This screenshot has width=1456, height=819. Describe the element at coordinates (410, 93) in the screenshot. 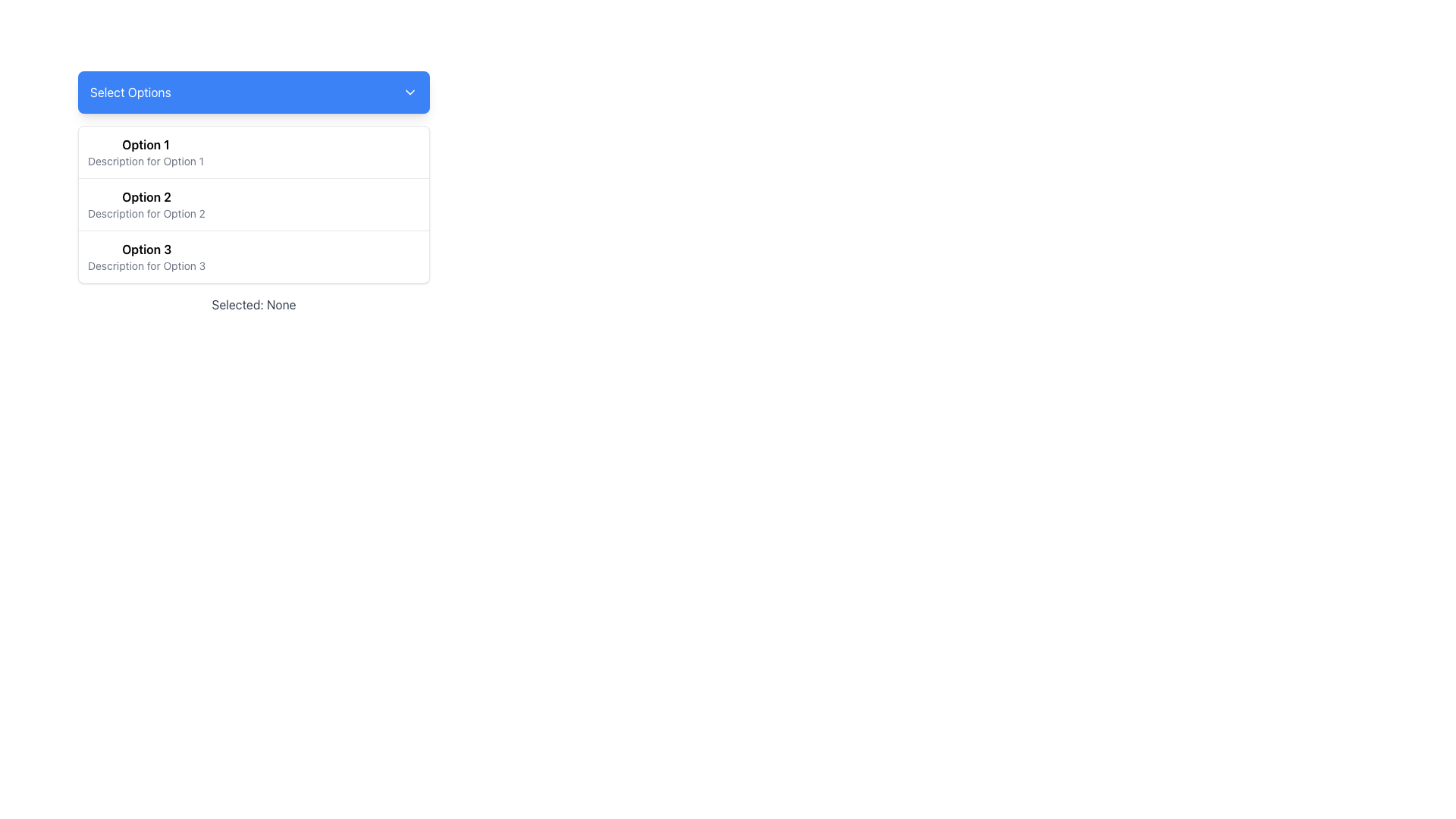

I see `the downward-pointing chevron icon styled in blue, located at the far right of the blue rounded rectangle labeled 'Select Options' to trigger additional styling effects` at that location.